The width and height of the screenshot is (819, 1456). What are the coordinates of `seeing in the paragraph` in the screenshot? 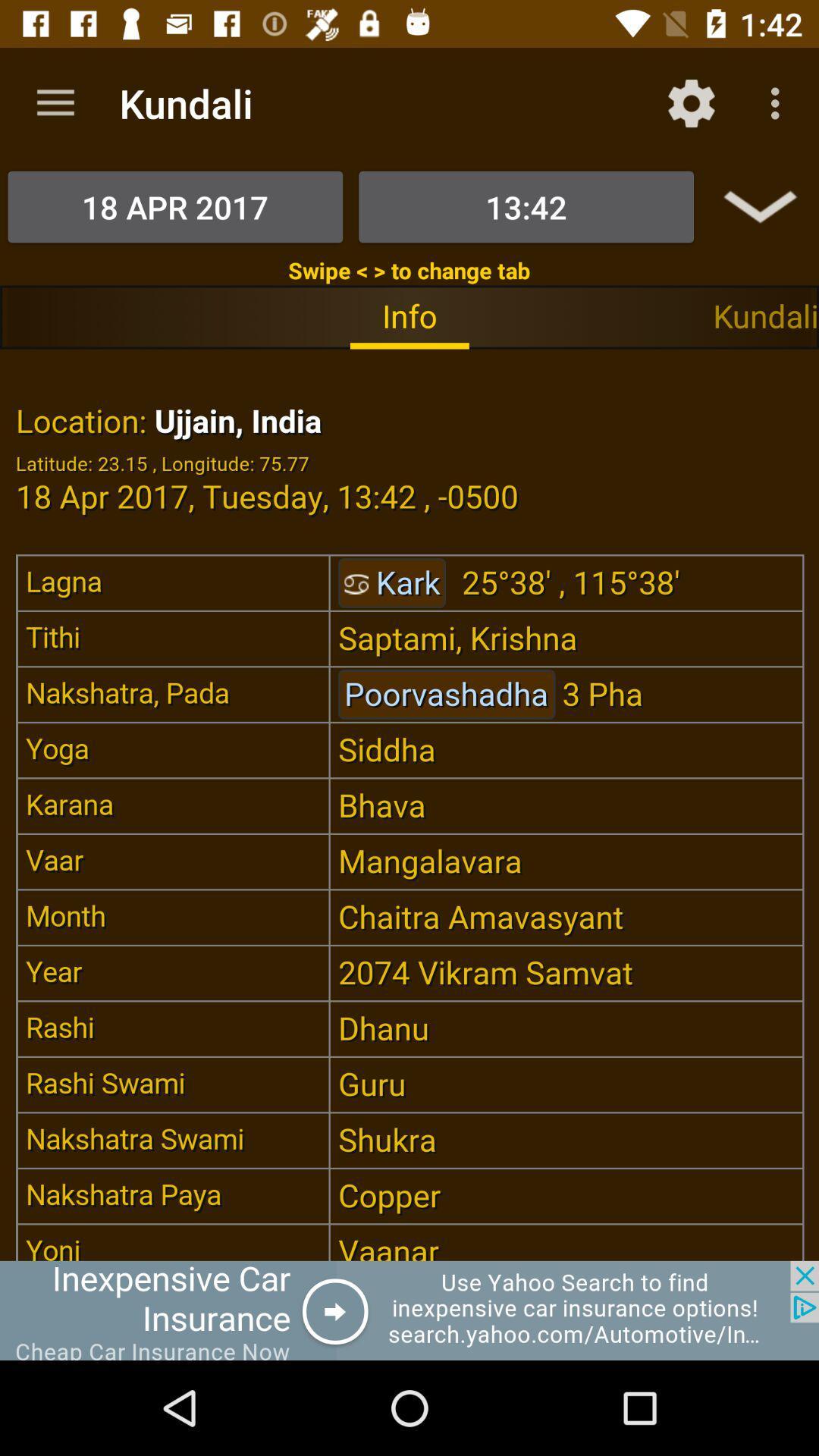 It's located at (409, 804).